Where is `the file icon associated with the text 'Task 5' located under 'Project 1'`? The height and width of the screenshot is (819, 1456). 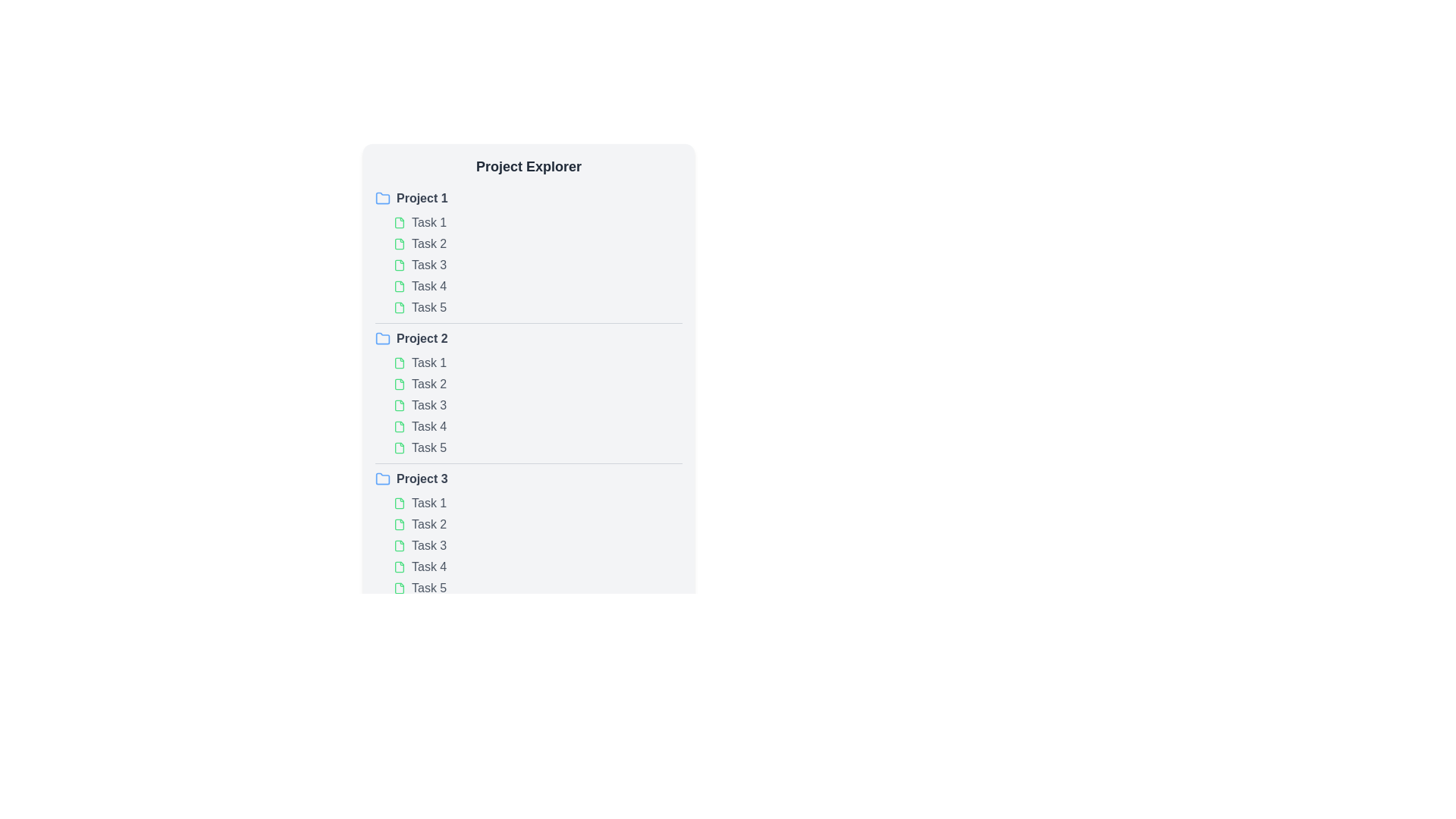
the file icon associated with the text 'Task 5' located under 'Project 1' is located at coordinates (400, 307).